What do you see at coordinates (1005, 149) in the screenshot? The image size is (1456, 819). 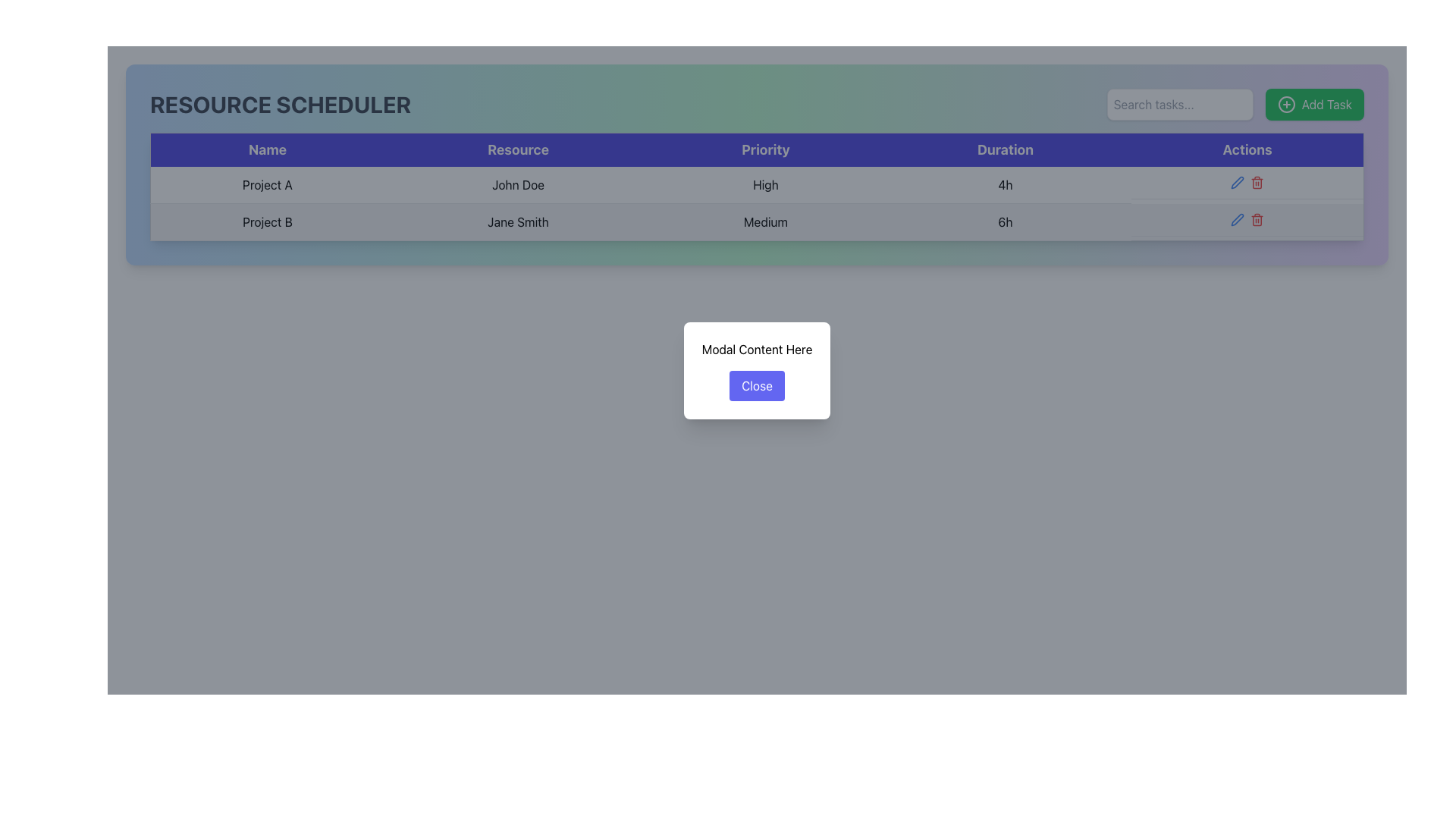 I see `the fourth column header text label in a table-like structure, which is styled in bold, medium font on a dark blue background` at bounding box center [1005, 149].